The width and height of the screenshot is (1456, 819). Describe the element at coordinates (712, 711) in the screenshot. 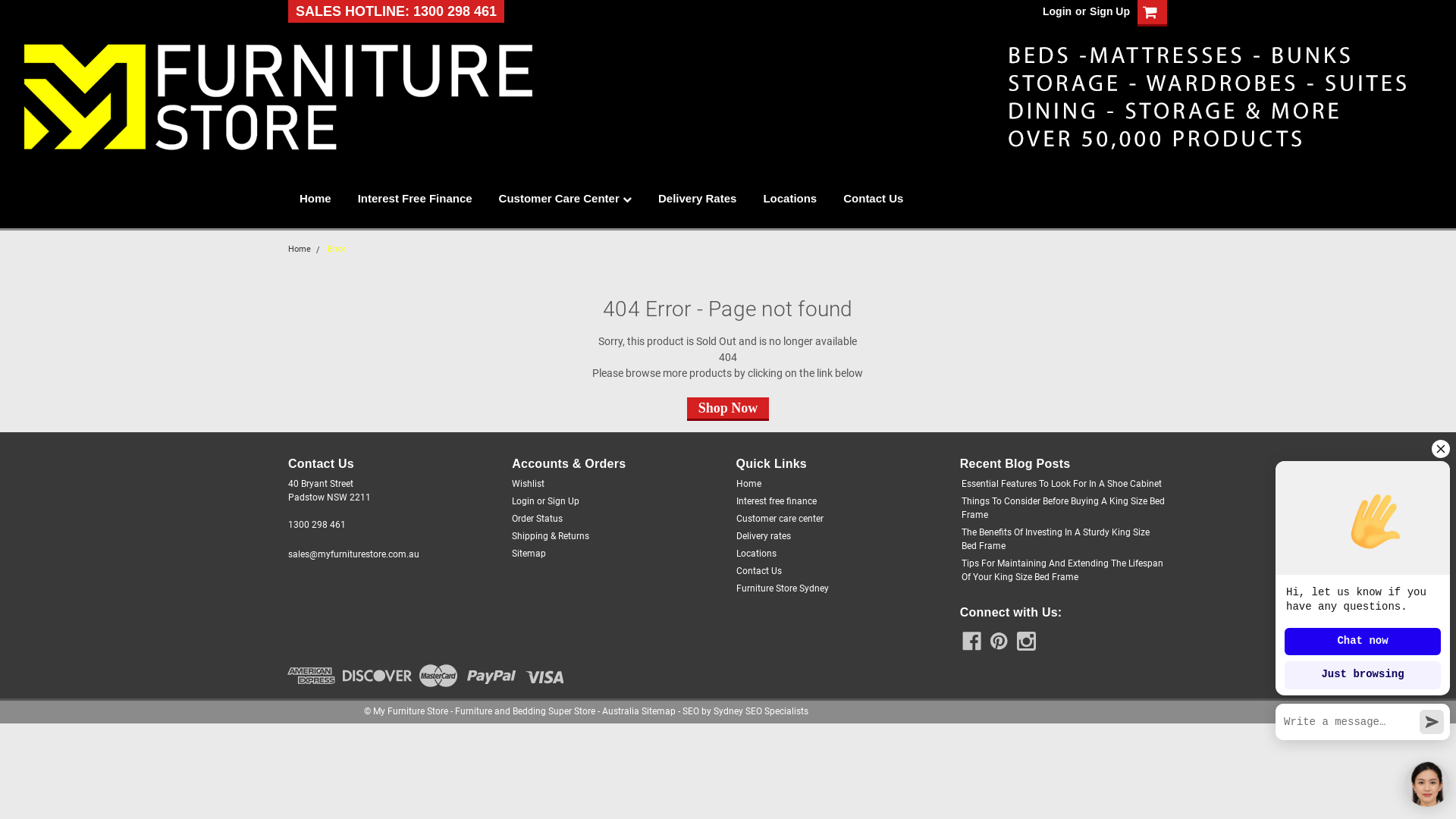

I see `'Sydney SEO Specialists'` at that location.